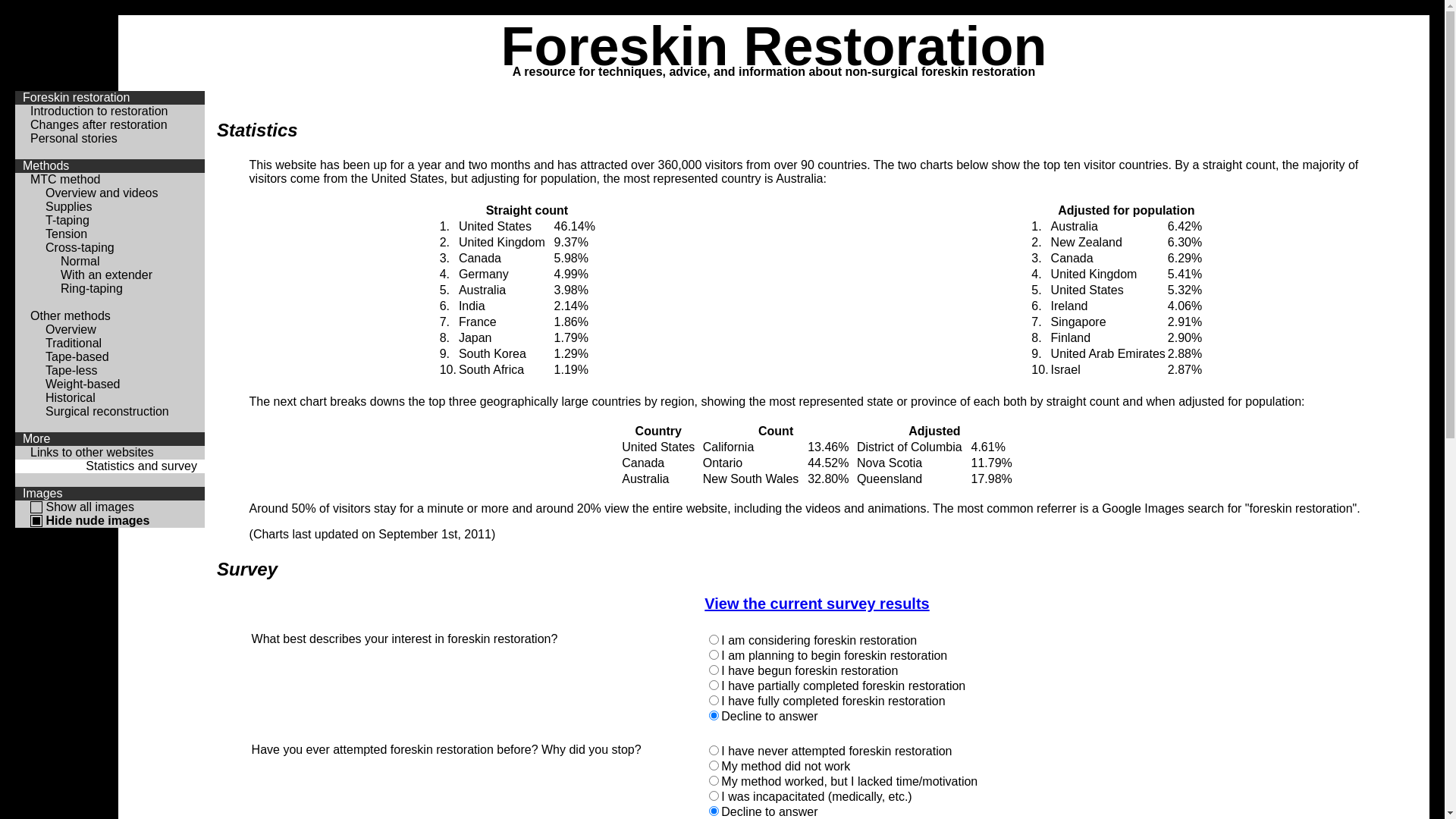 This screenshot has width=1456, height=819. I want to click on 'T-taping', so click(45, 220).